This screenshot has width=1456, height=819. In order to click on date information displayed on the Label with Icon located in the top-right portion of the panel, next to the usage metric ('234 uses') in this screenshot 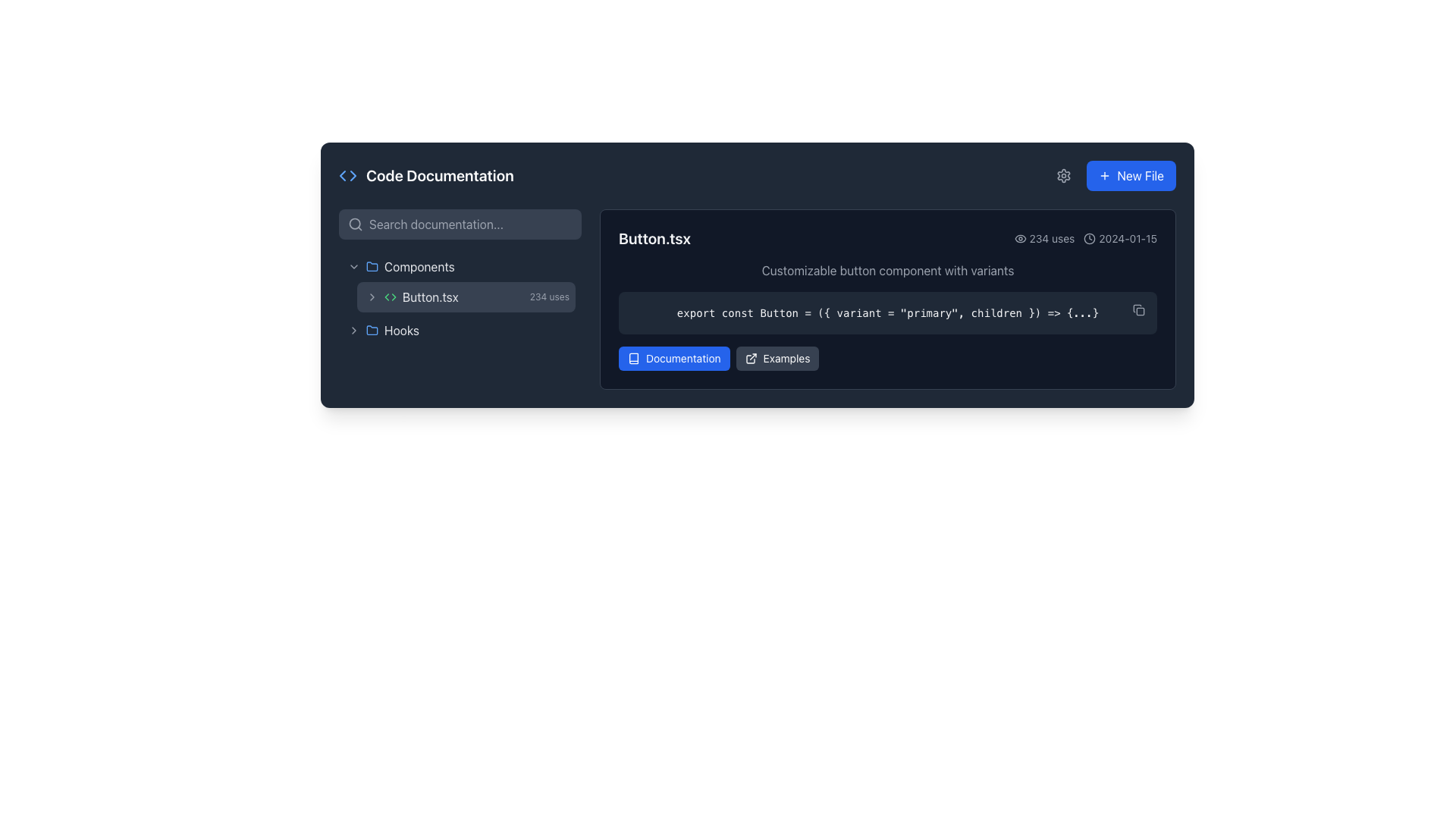, I will do `click(1120, 239)`.